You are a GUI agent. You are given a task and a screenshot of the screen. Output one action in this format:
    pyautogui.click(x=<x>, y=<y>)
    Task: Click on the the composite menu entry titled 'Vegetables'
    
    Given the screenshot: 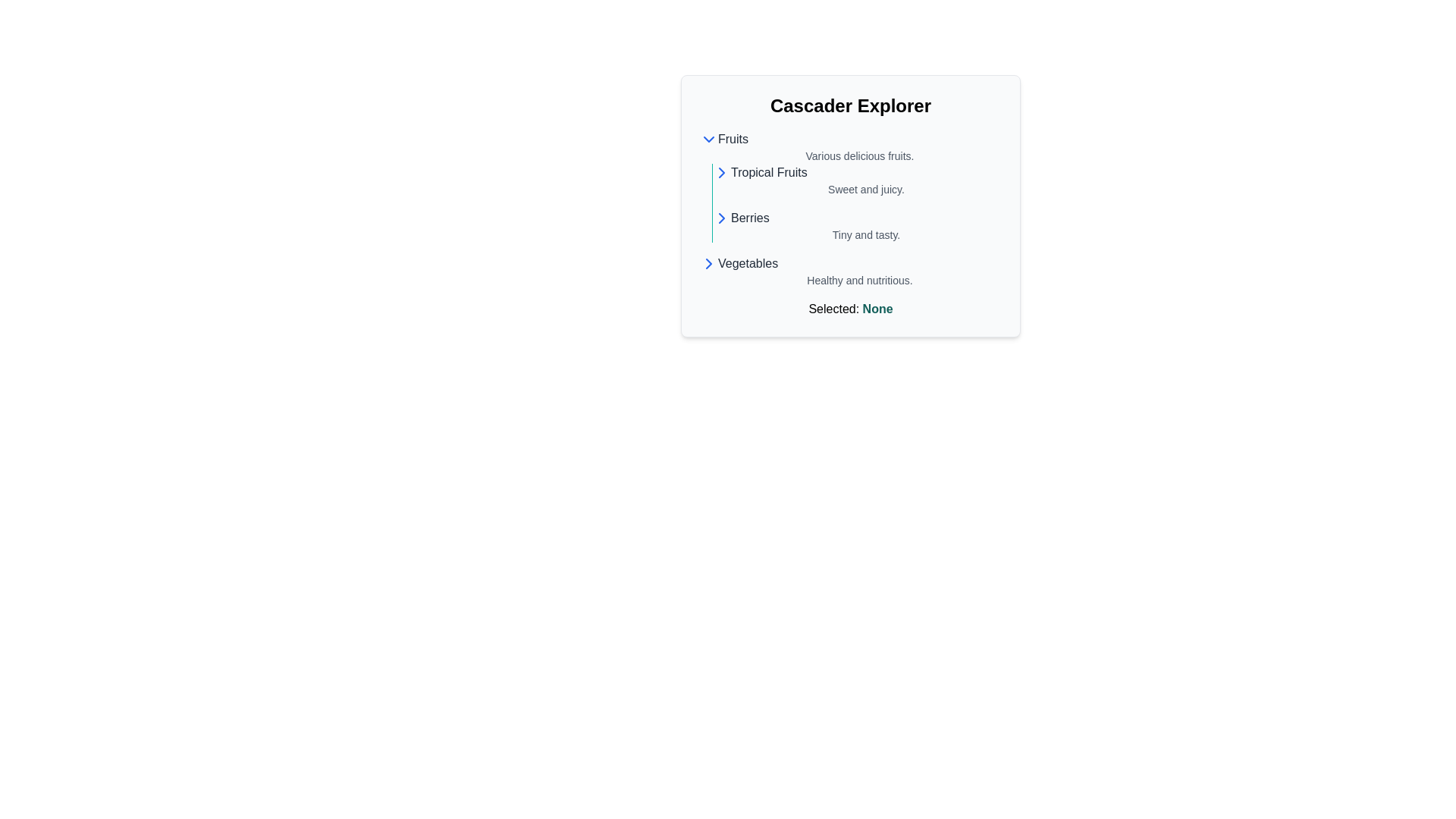 What is the action you would take?
    pyautogui.click(x=851, y=271)
    